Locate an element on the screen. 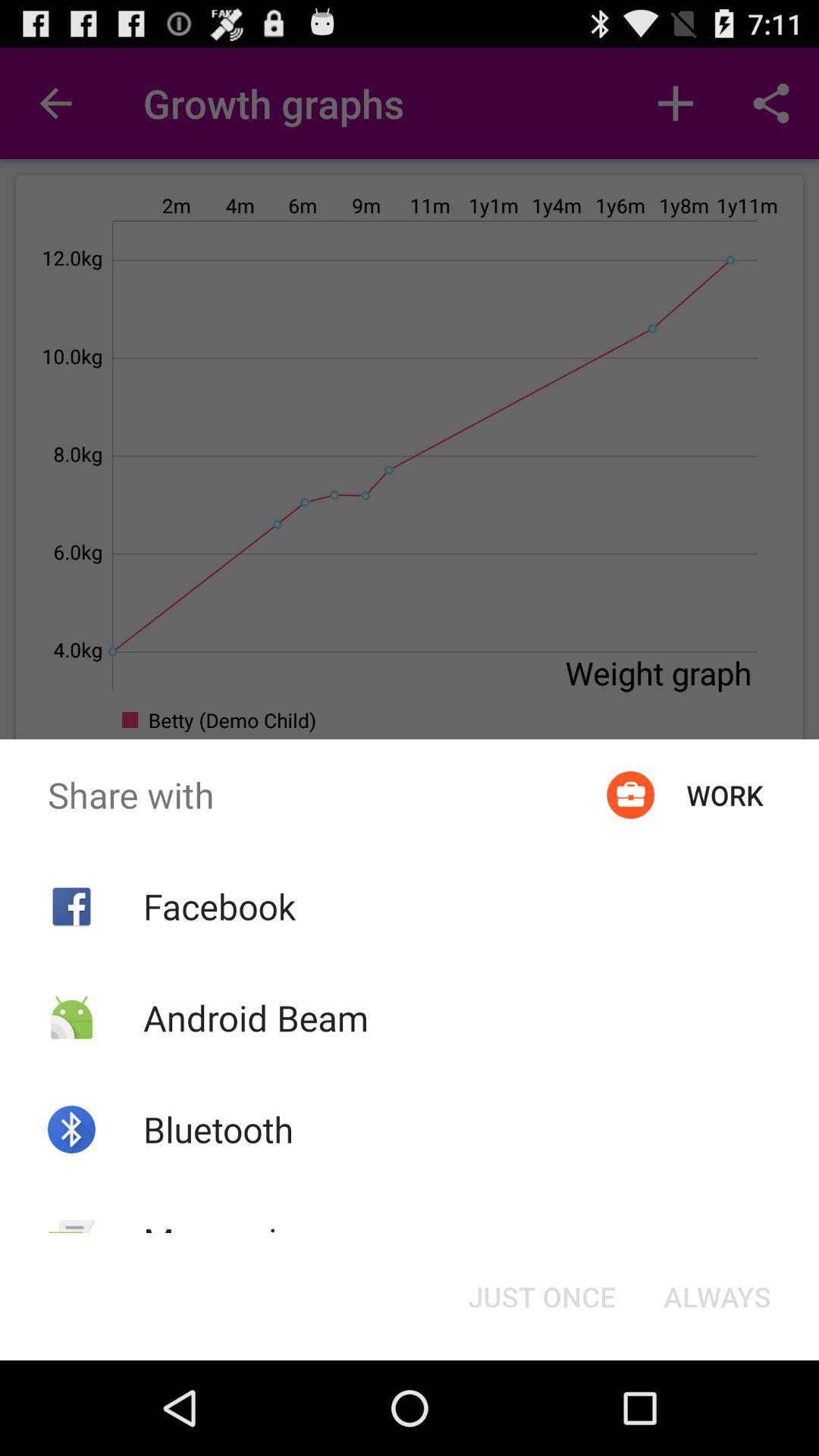  the item next to the just once icon is located at coordinates (717, 1295).